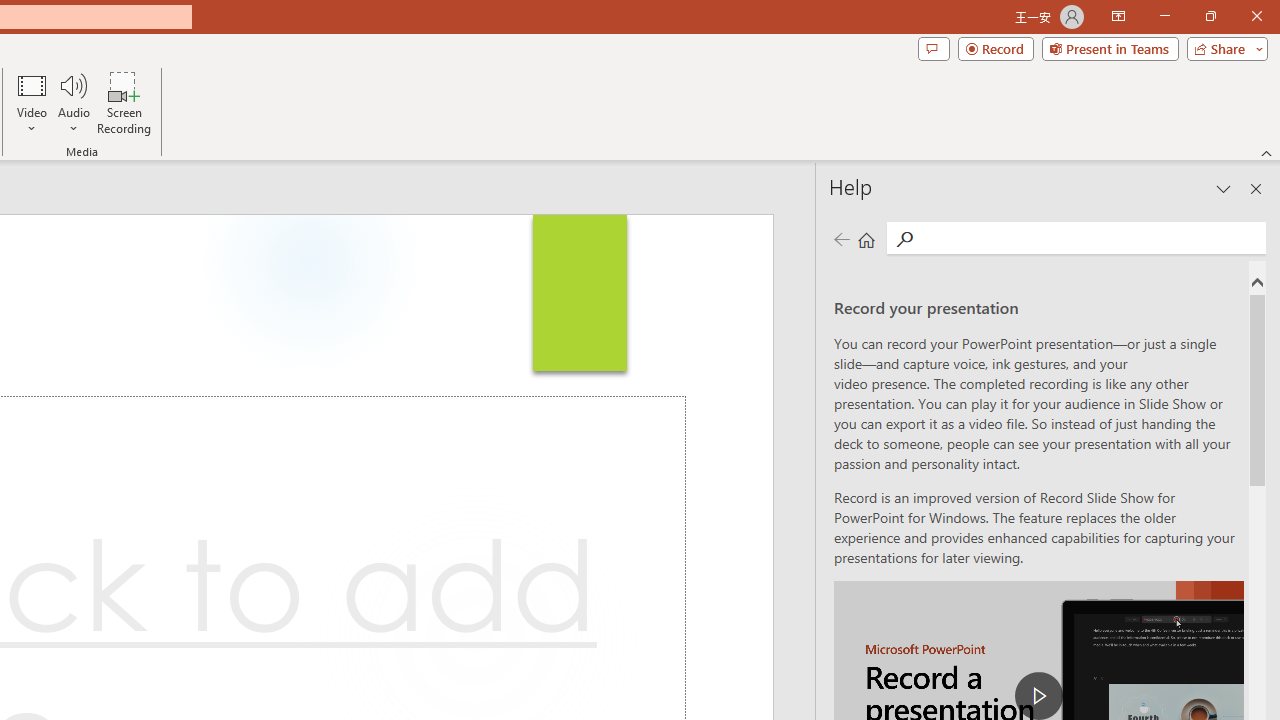  Describe the element at coordinates (1038, 694) in the screenshot. I see `'play Record a Presentation'` at that location.